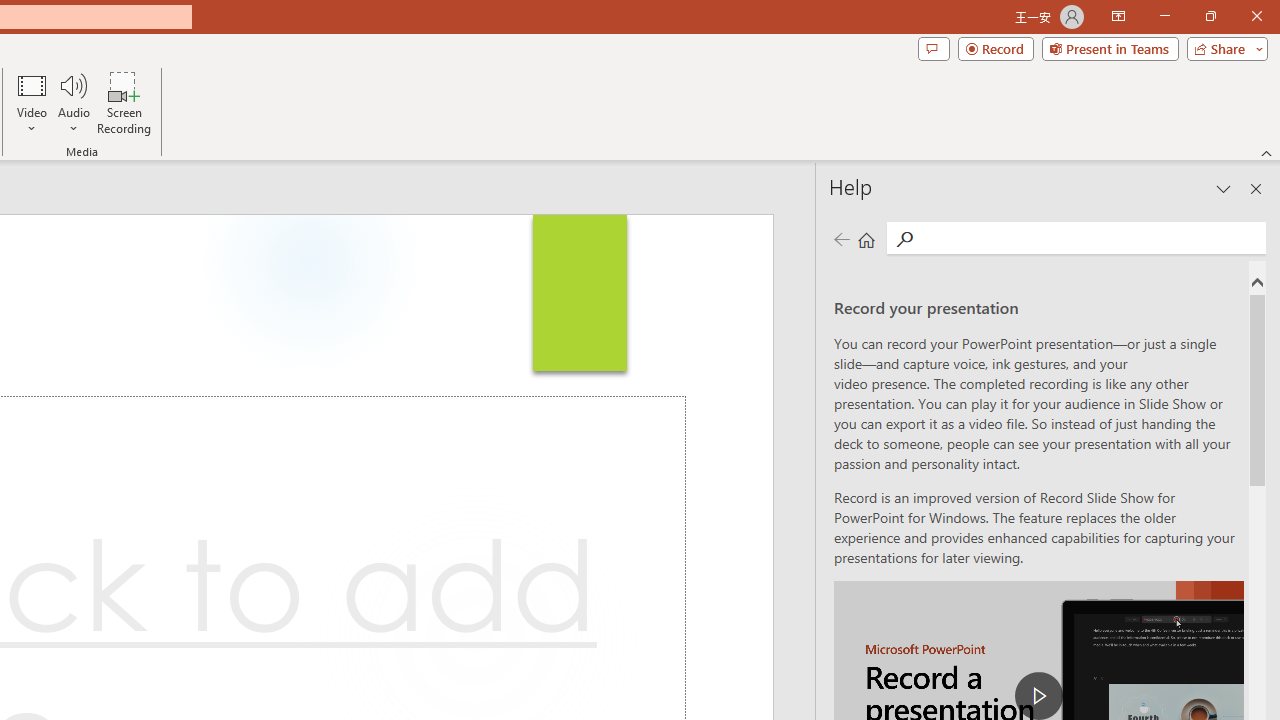  Describe the element at coordinates (1038, 694) in the screenshot. I see `'play Record a Presentation'` at that location.